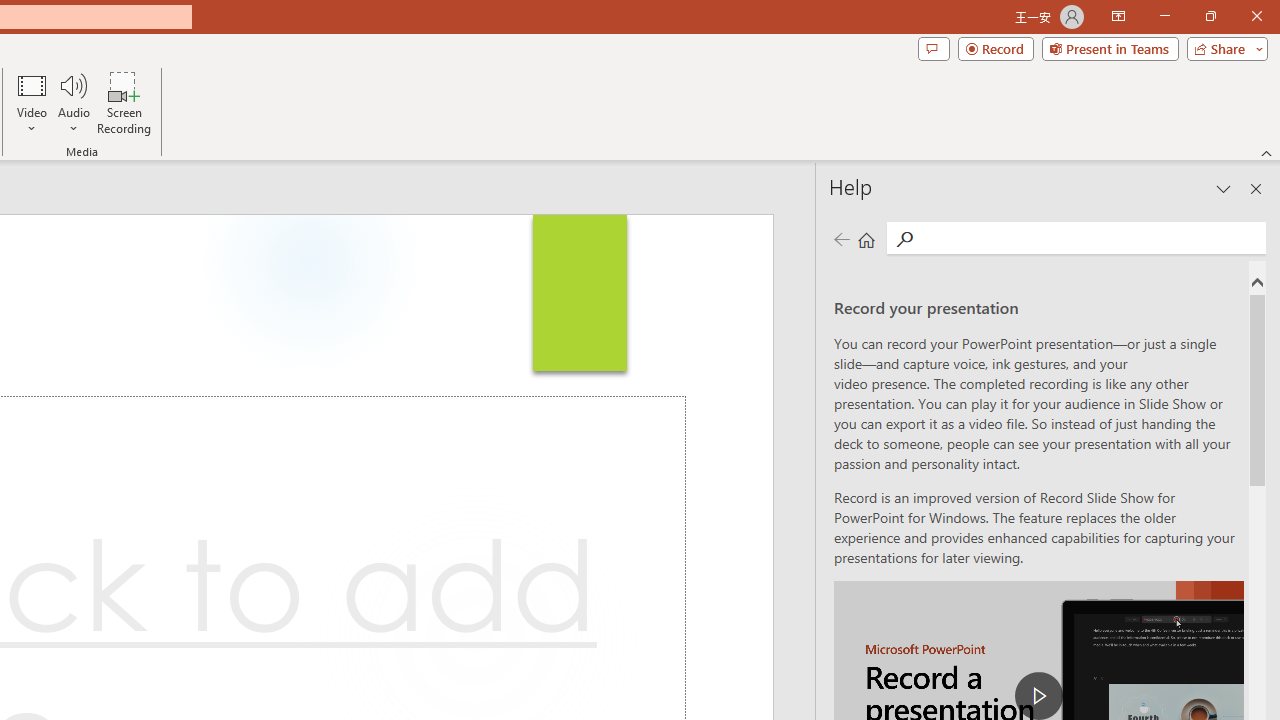  Describe the element at coordinates (1038, 694) in the screenshot. I see `'play Record a Presentation'` at that location.